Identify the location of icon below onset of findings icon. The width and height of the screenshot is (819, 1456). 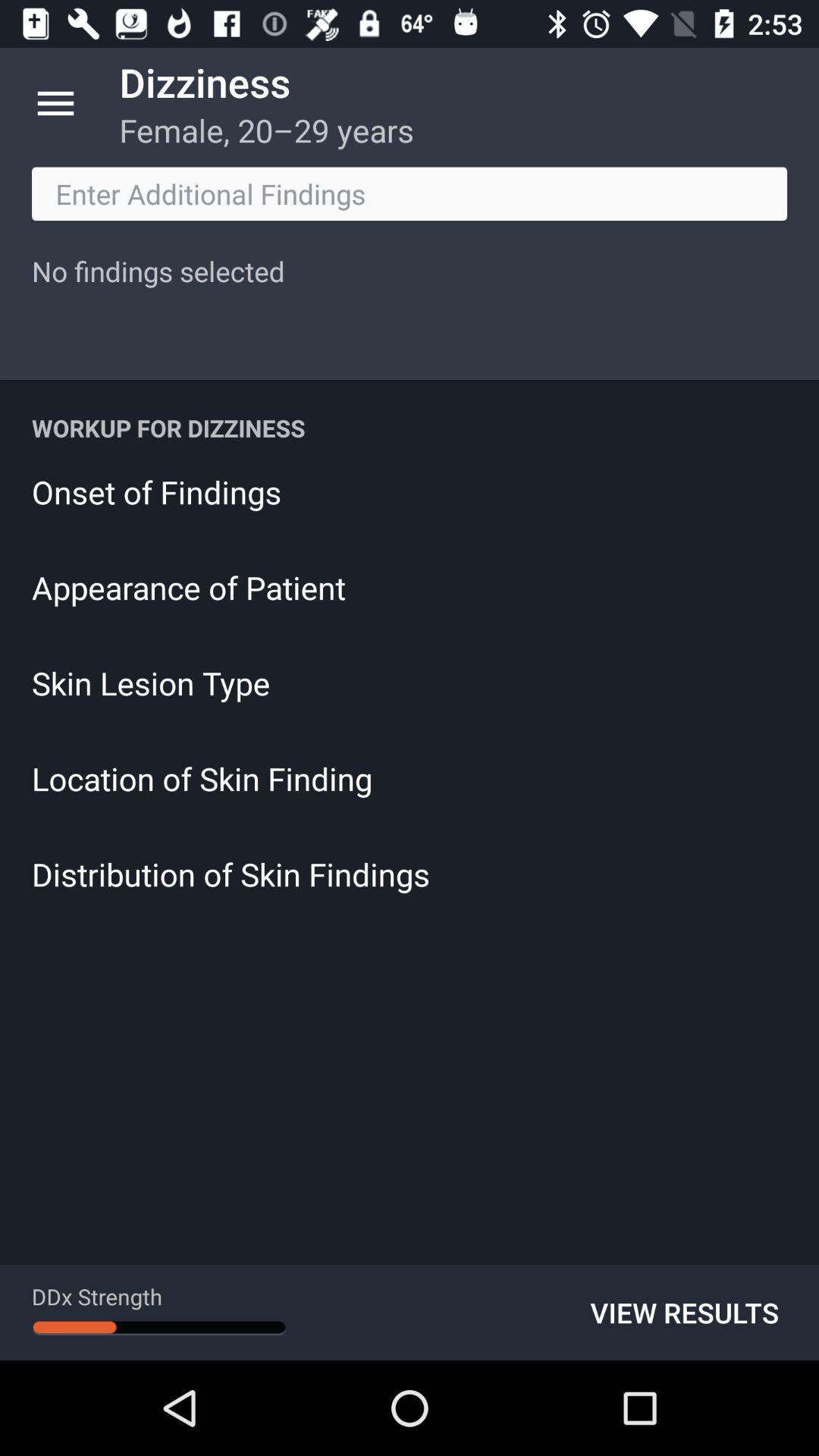
(409, 586).